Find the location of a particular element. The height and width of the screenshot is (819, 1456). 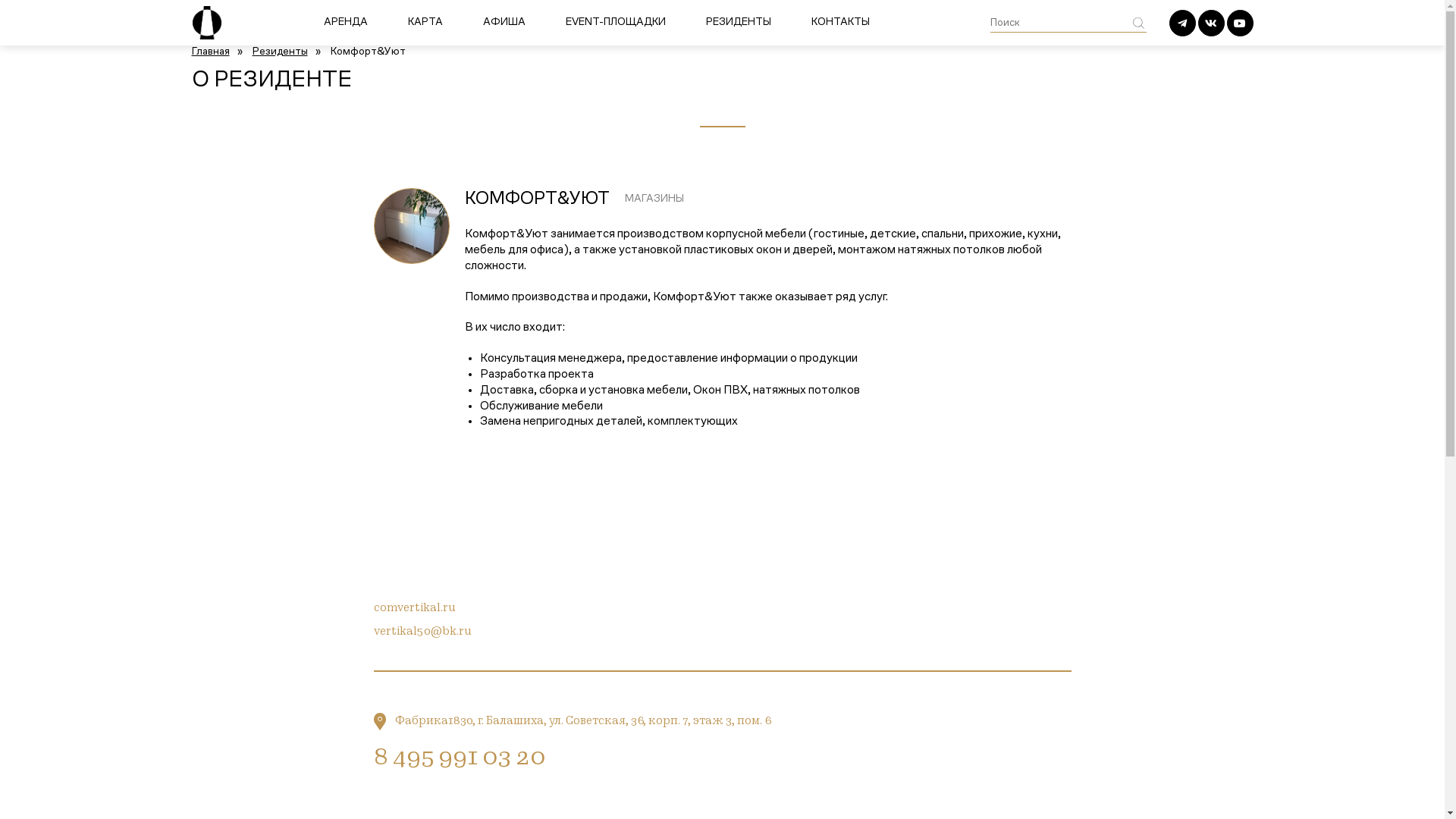

'comvertikal.ru' is located at coordinates (414, 607).